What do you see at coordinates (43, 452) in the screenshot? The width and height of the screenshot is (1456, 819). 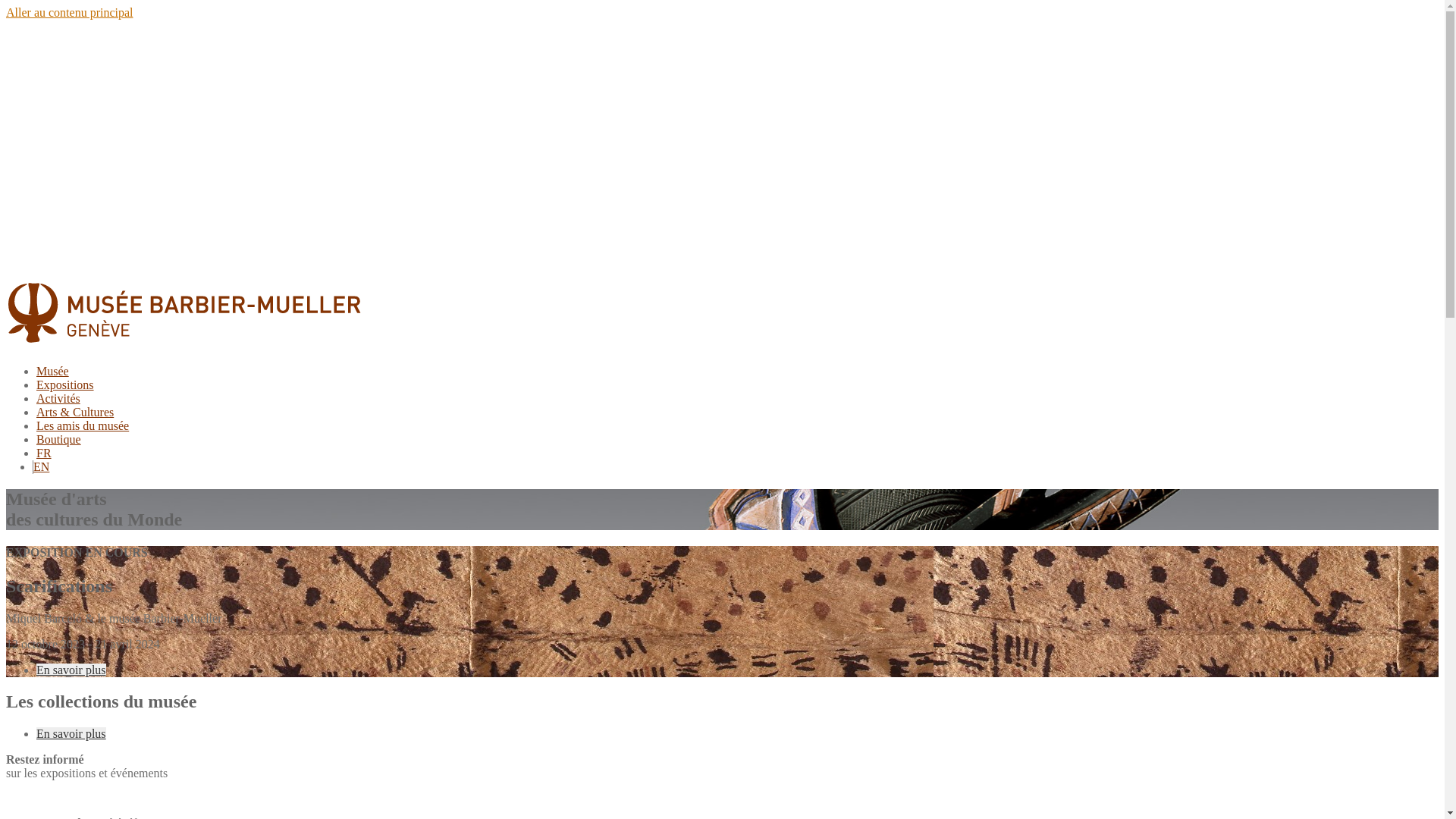 I see `'FR'` at bounding box center [43, 452].